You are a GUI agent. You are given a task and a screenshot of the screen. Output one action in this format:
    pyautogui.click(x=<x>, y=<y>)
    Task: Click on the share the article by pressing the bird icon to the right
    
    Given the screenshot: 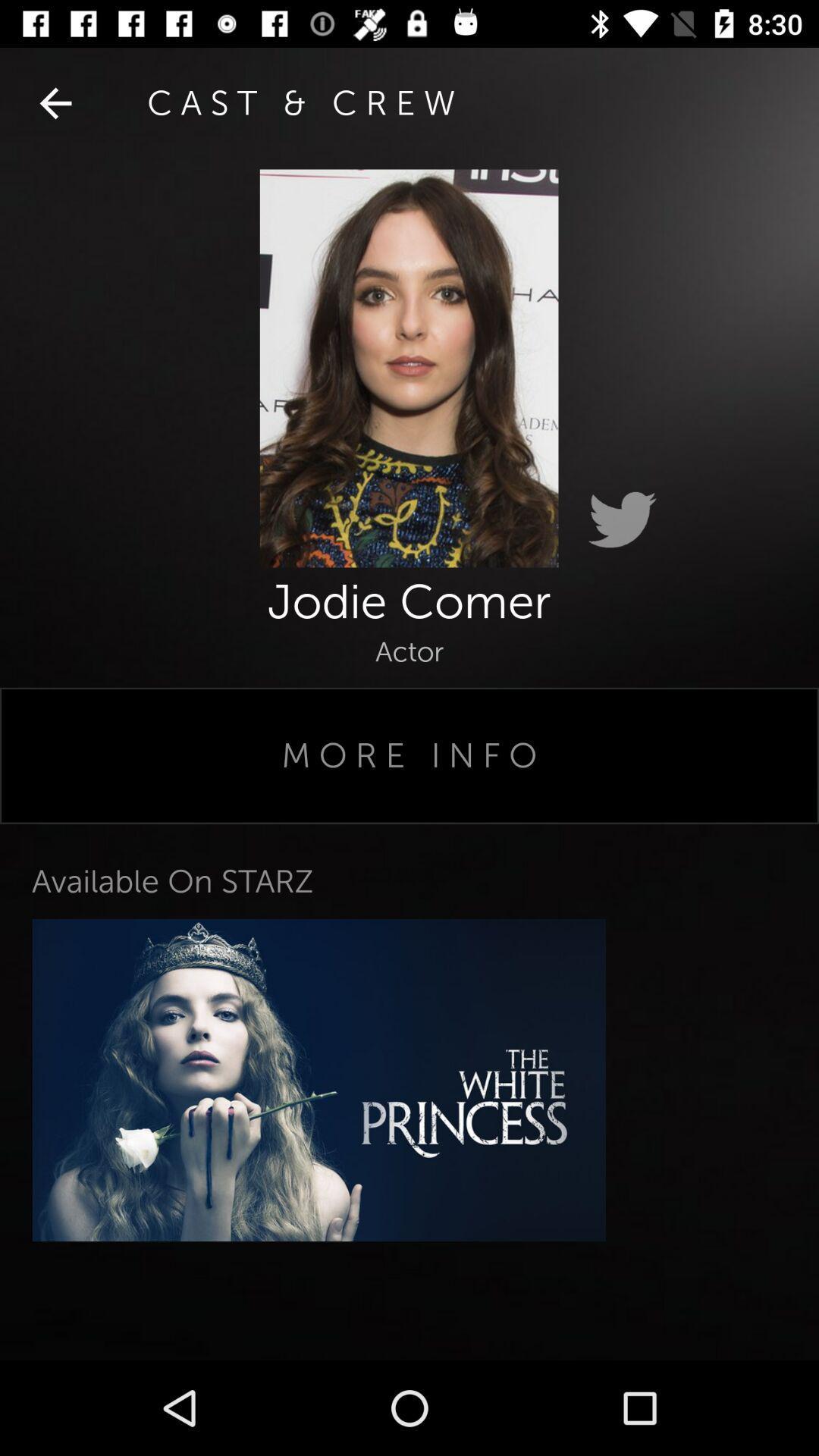 What is the action you would take?
    pyautogui.click(x=622, y=520)
    